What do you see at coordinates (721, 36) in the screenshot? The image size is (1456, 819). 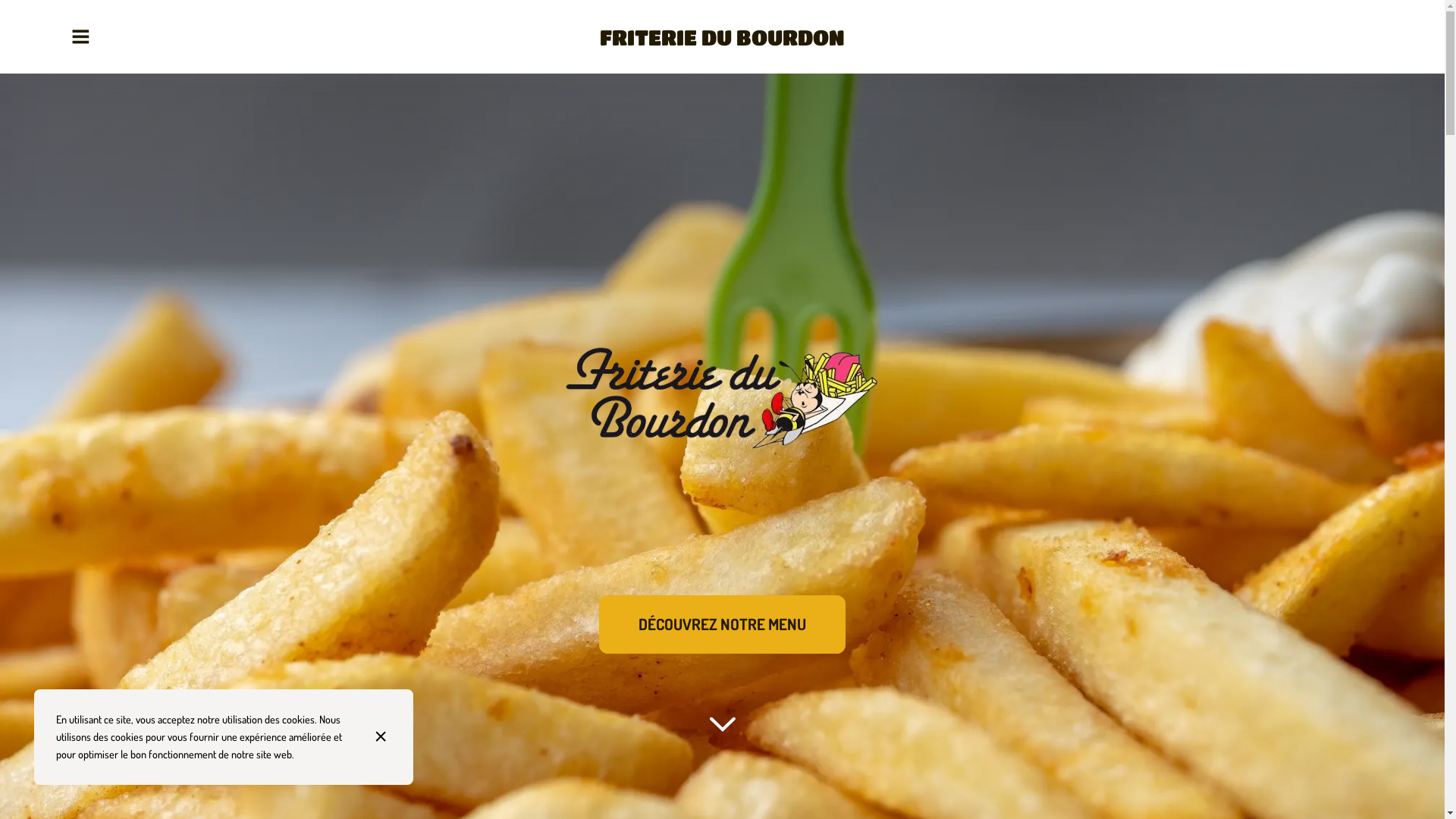 I see `'FRITERIE DU BOURDON` at bounding box center [721, 36].